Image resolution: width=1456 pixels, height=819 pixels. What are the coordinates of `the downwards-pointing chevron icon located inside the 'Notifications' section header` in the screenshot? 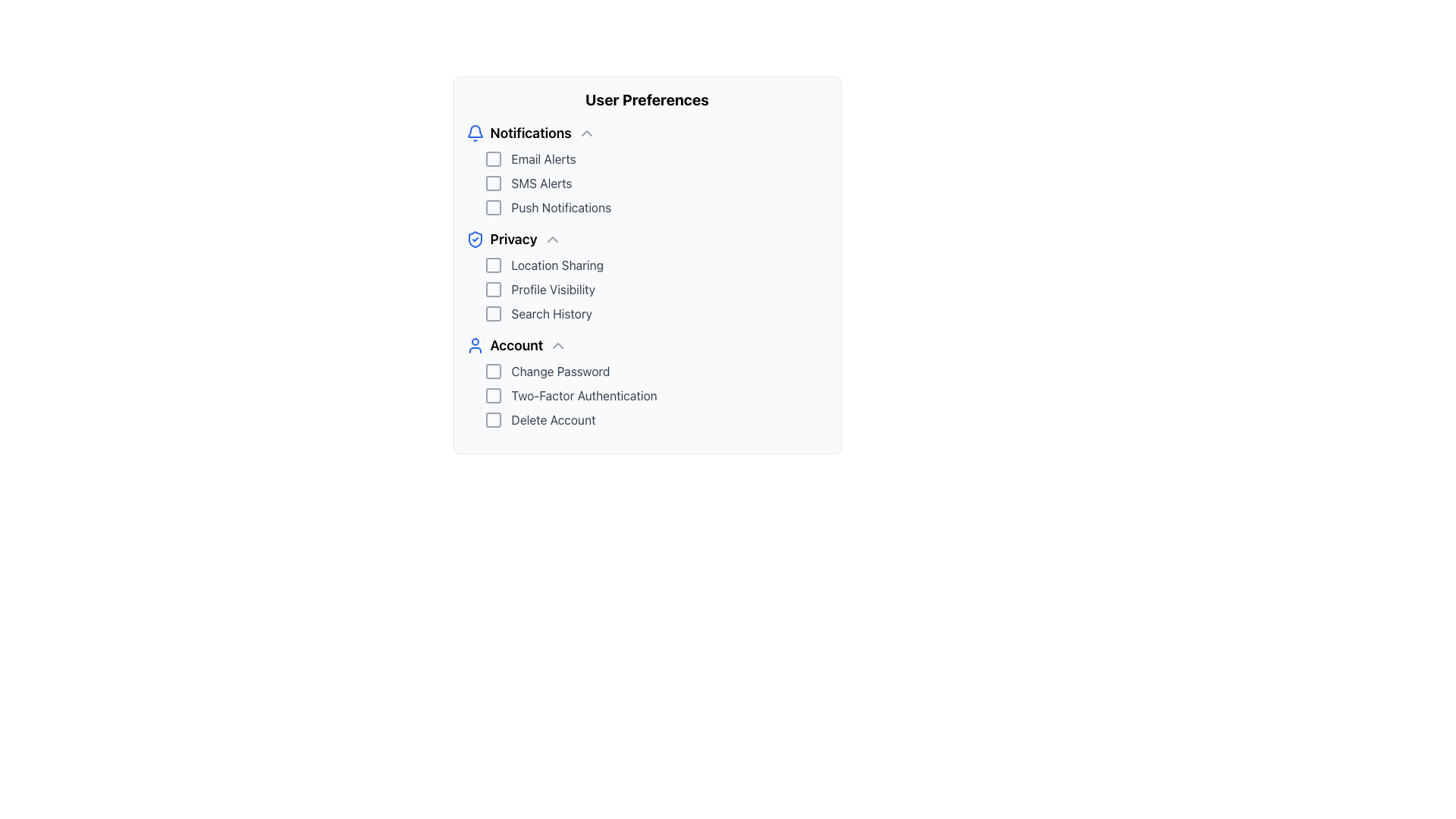 It's located at (585, 133).